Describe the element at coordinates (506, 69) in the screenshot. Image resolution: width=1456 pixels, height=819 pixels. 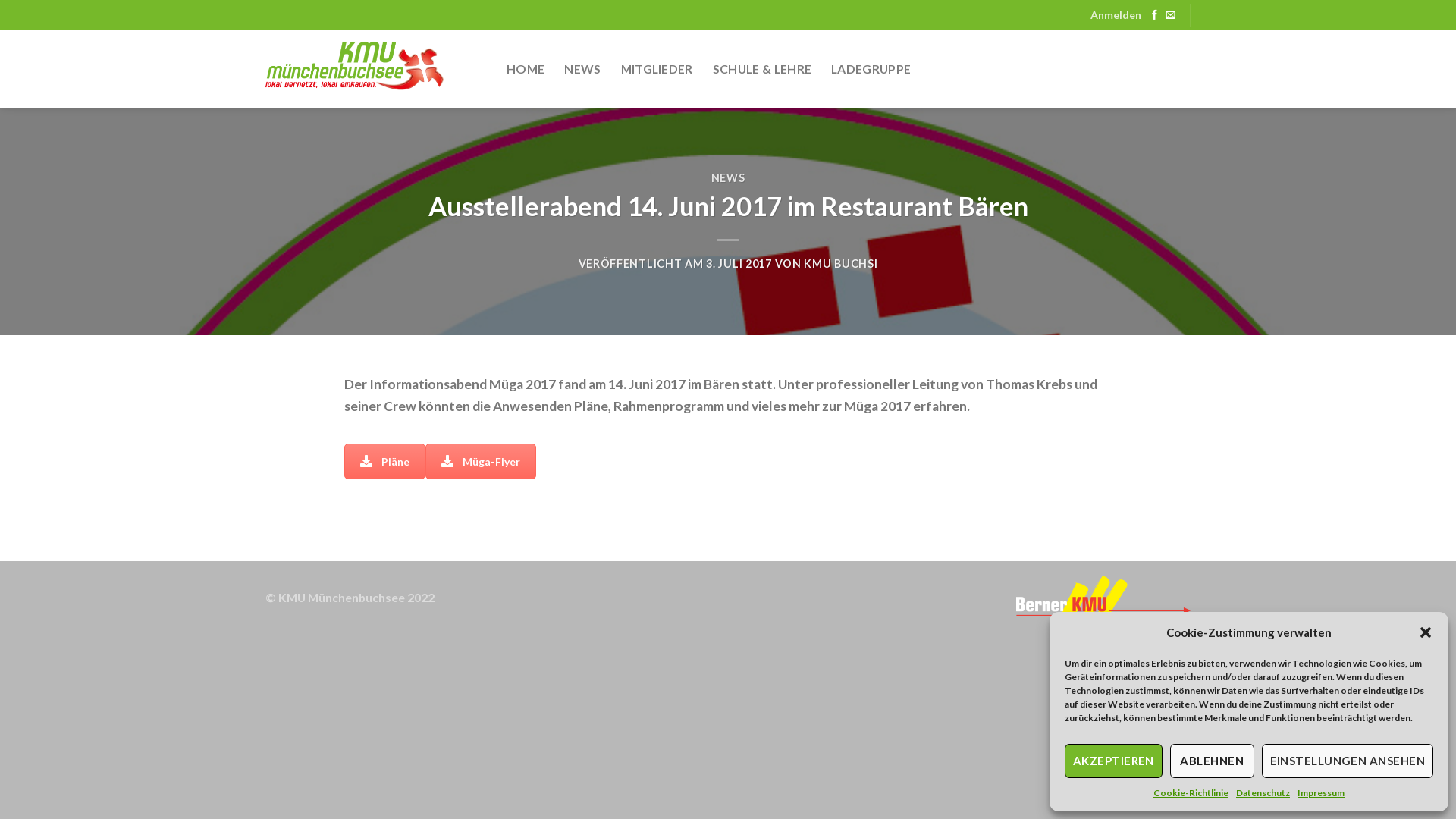
I see `'HOME'` at that location.